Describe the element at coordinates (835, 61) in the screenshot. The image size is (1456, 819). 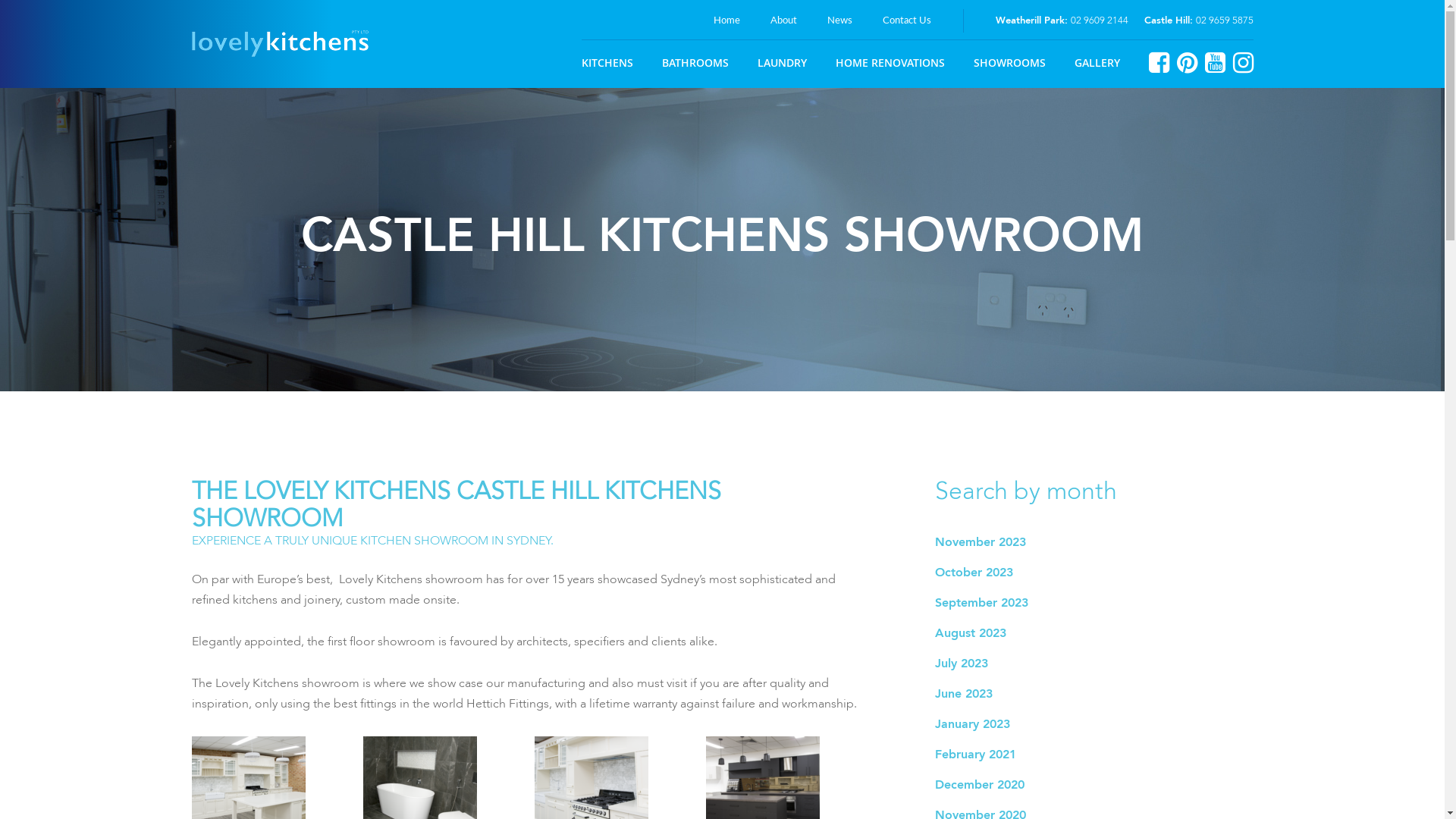
I see `'HOME RENOVATIONS'` at that location.